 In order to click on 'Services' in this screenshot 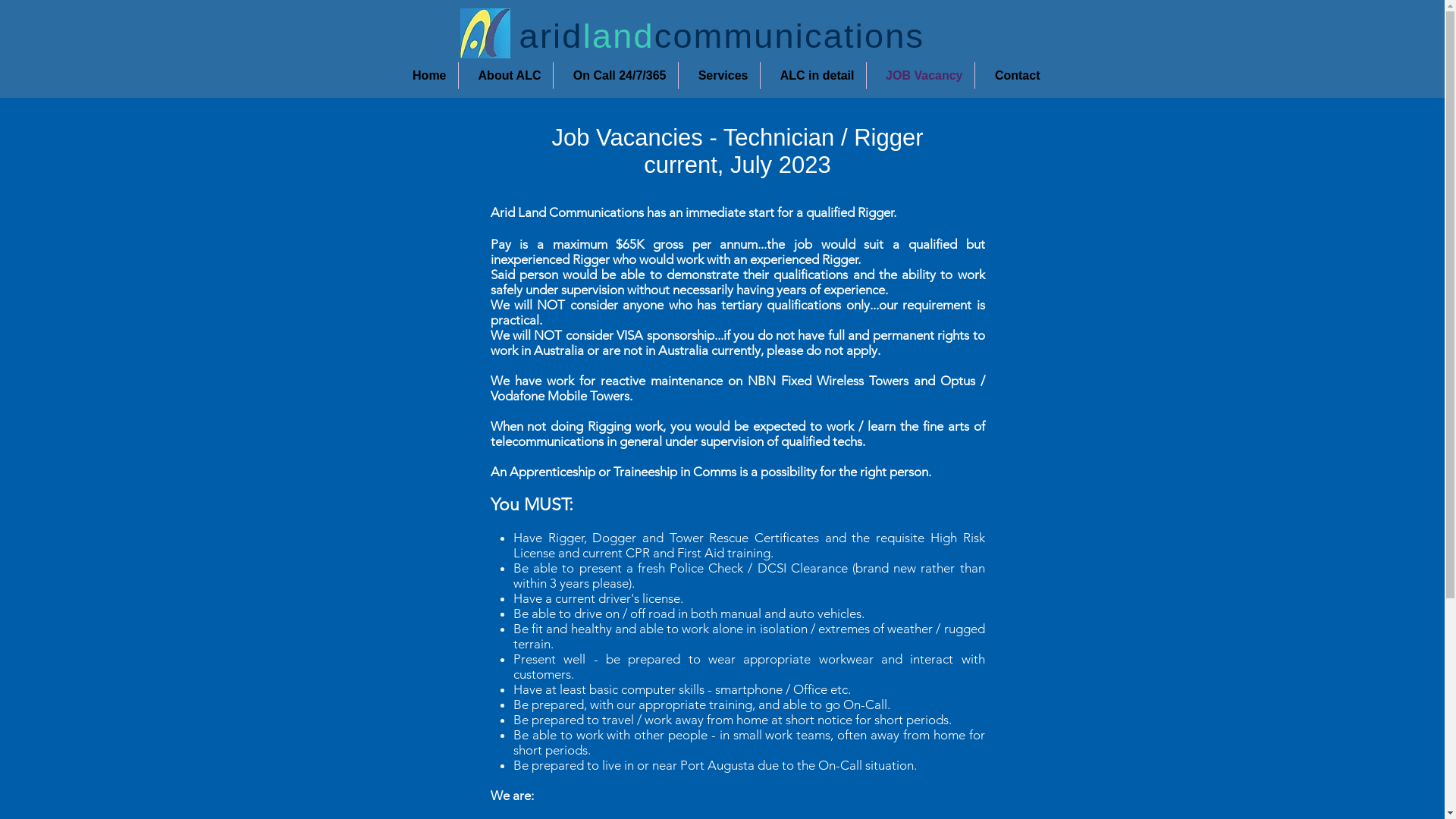, I will do `click(717, 75)`.